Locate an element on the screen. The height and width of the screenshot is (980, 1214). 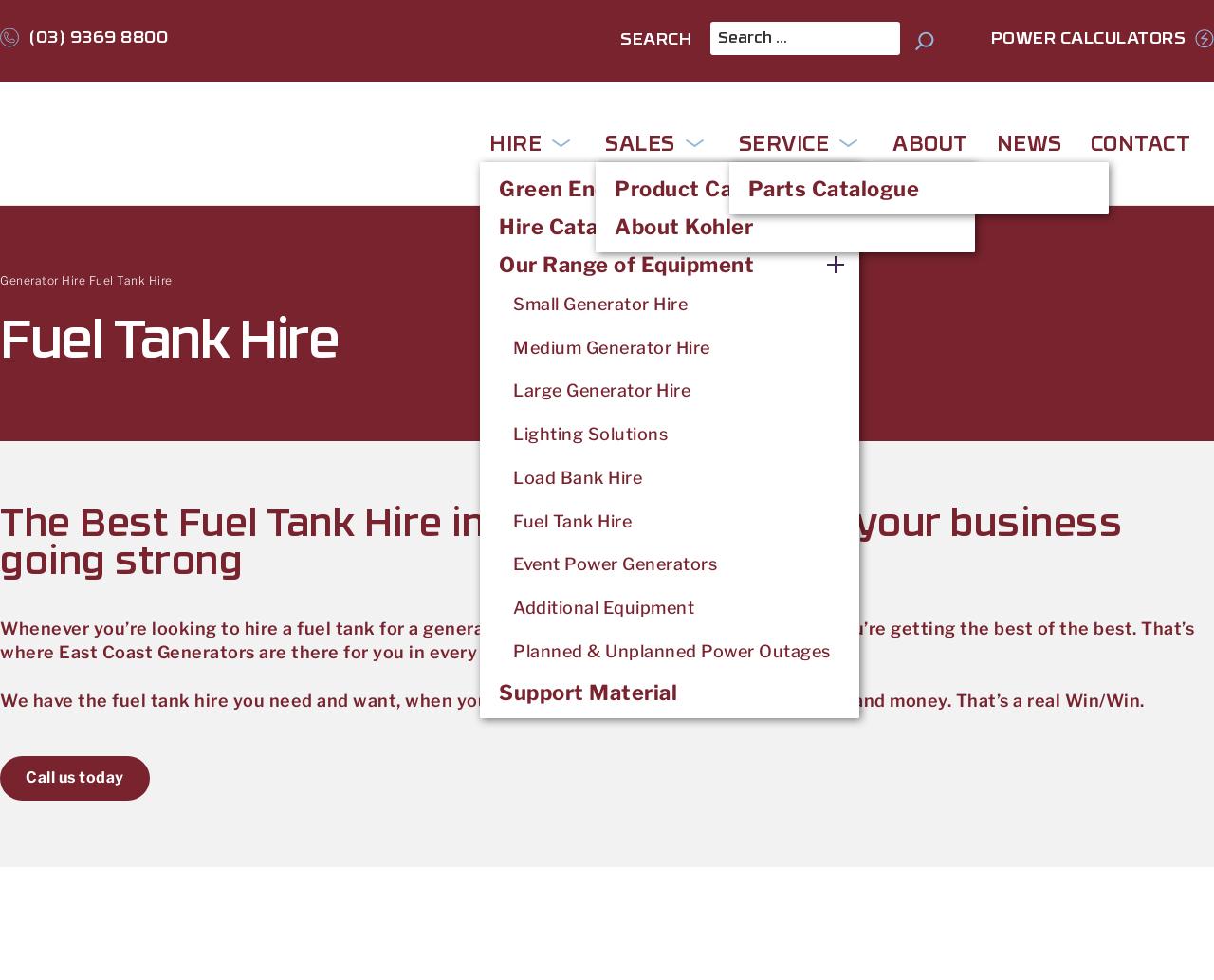
'Planned & Unplanned Power Outages' is located at coordinates (671, 649).